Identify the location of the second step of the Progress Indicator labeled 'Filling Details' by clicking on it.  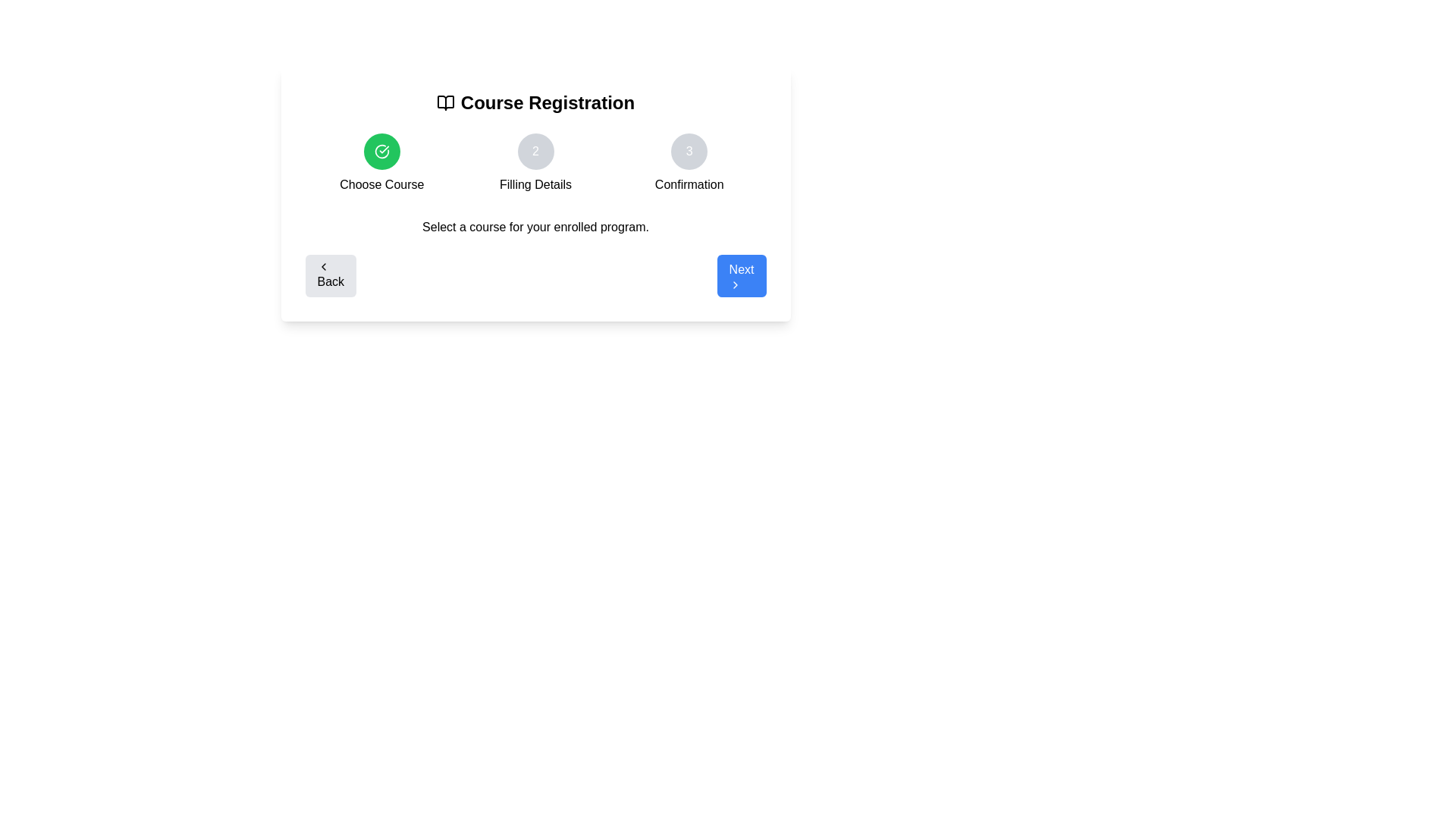
(535, 164).